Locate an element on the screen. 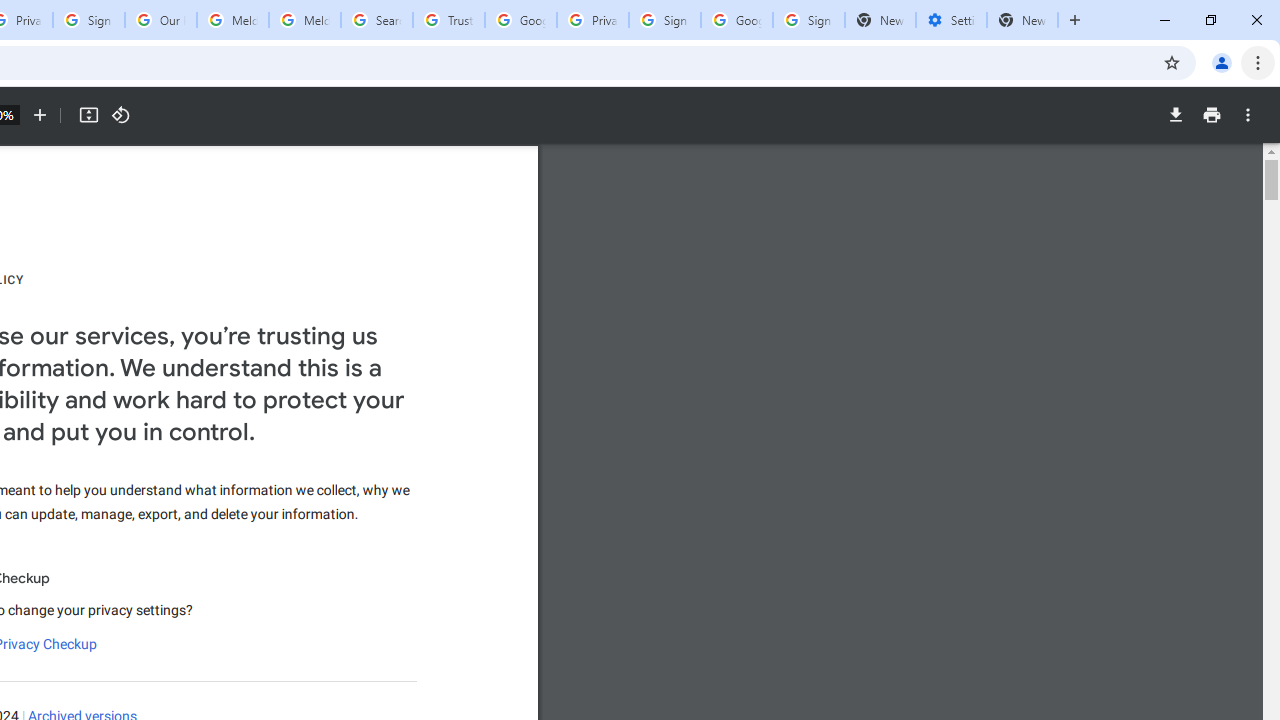 This screenshot has height=720, width=1280. 'Fit to page' is located at coordinates (87, 115).